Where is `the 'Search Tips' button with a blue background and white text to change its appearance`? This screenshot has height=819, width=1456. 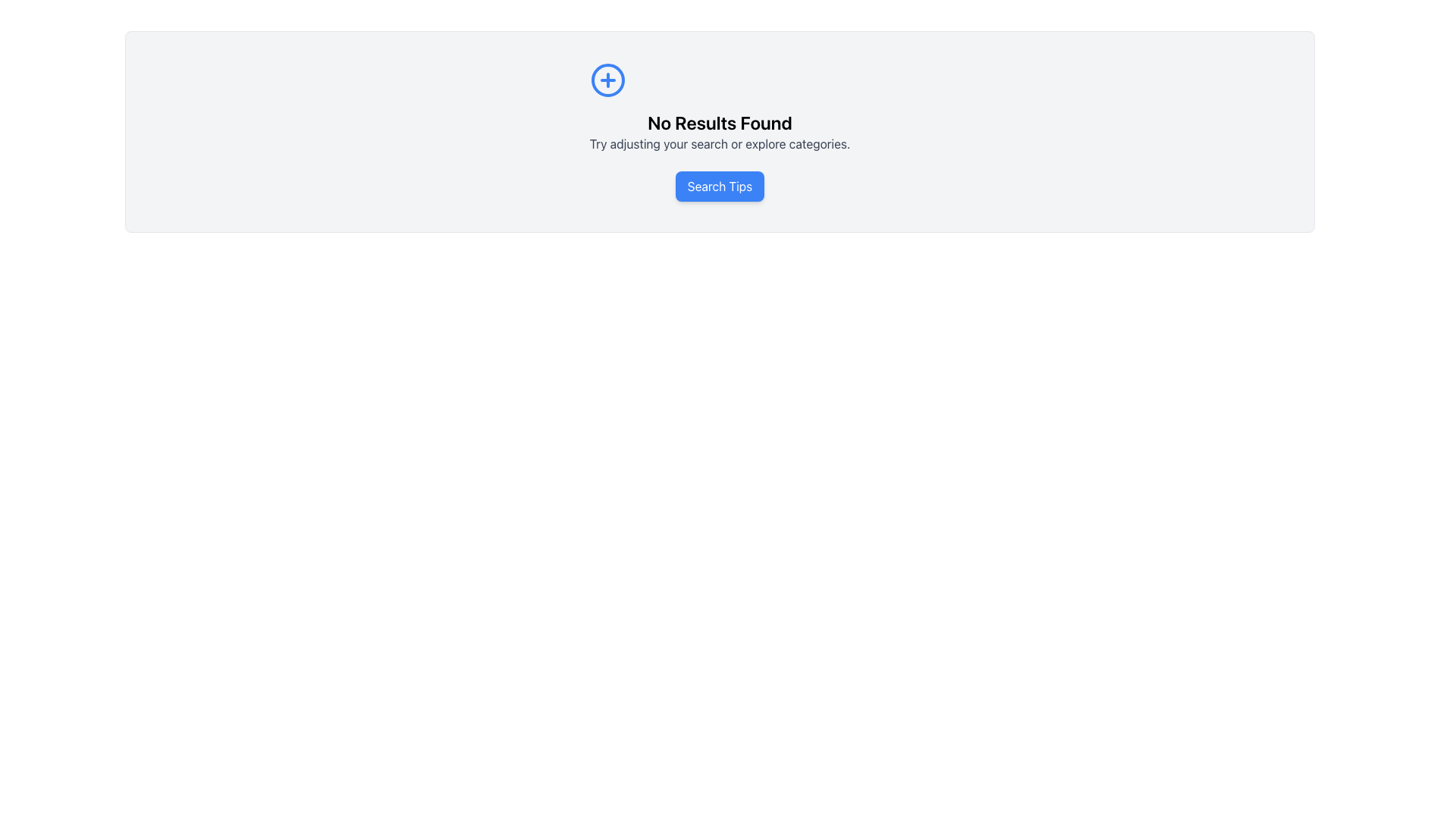
the 'Search Tips' button with a blue background and white text to change its appearance is located at coordinates (719, 186).